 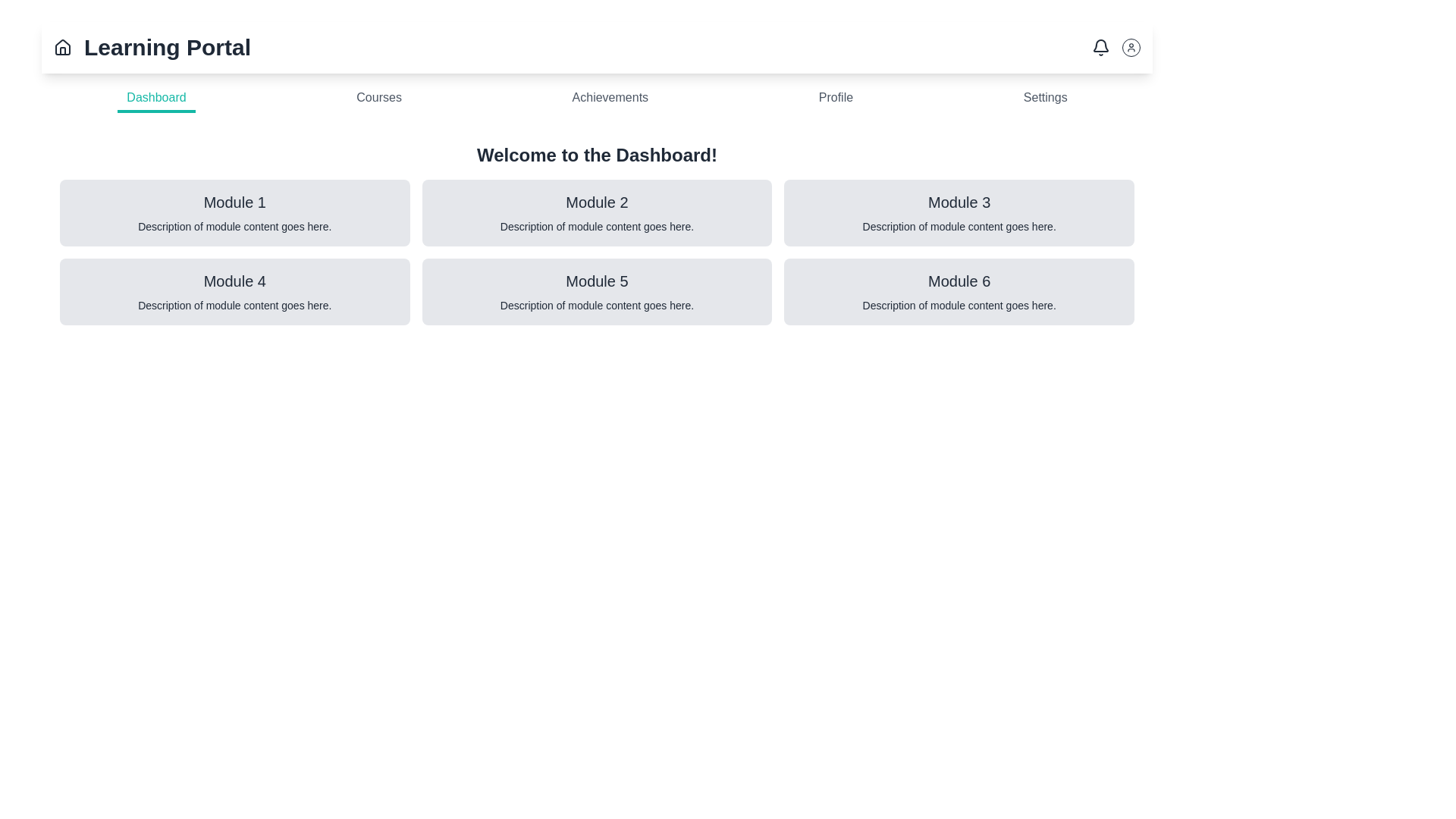 What do you see at coordinates (378, 99) in the screenshot?
I see `the 'Courses' navigation tab in the top navigation bar to redirect to the Courses section of the application` at bounding box center [378, 99].